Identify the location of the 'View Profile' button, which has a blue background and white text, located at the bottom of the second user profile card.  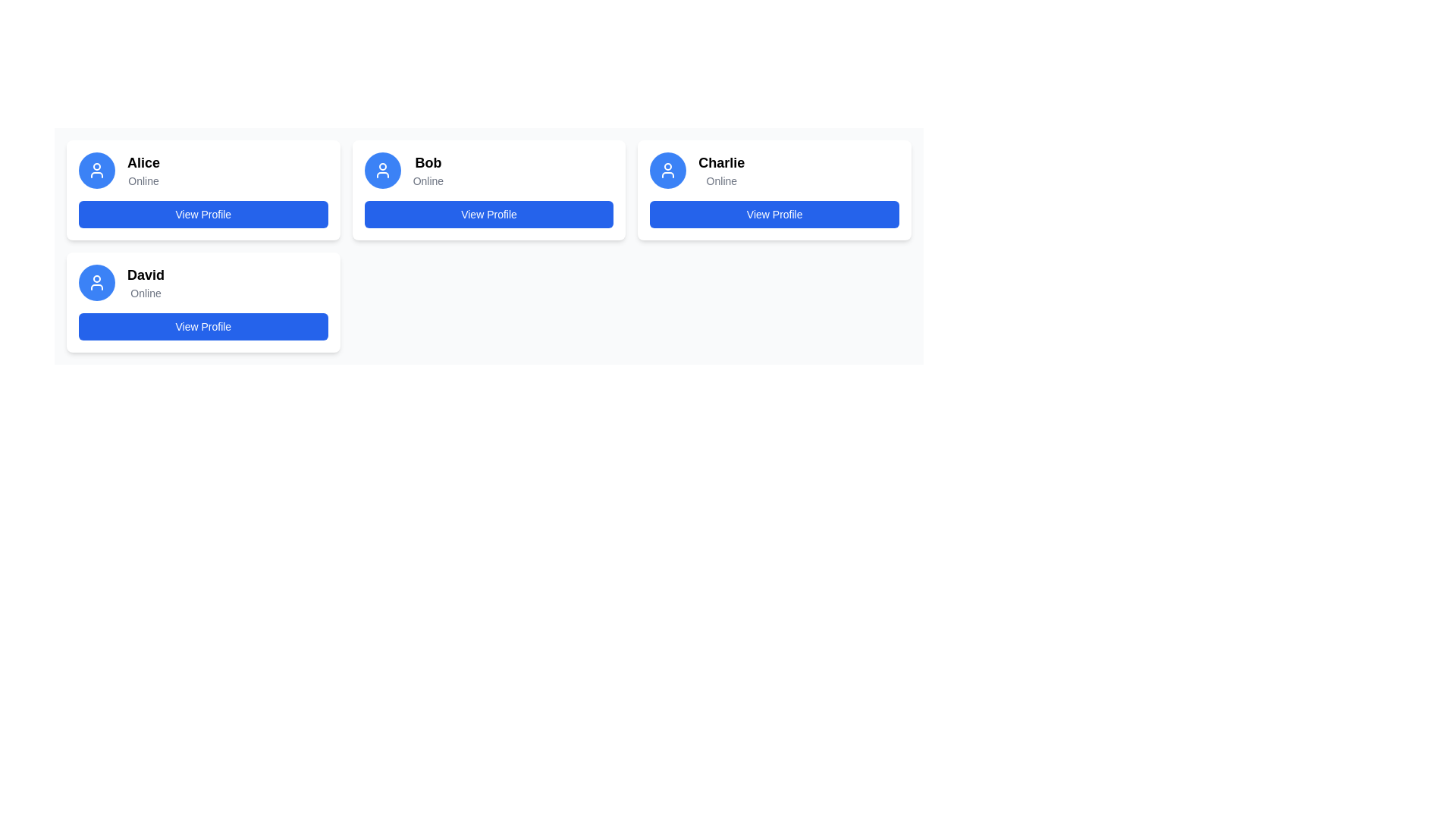
(488, 214).